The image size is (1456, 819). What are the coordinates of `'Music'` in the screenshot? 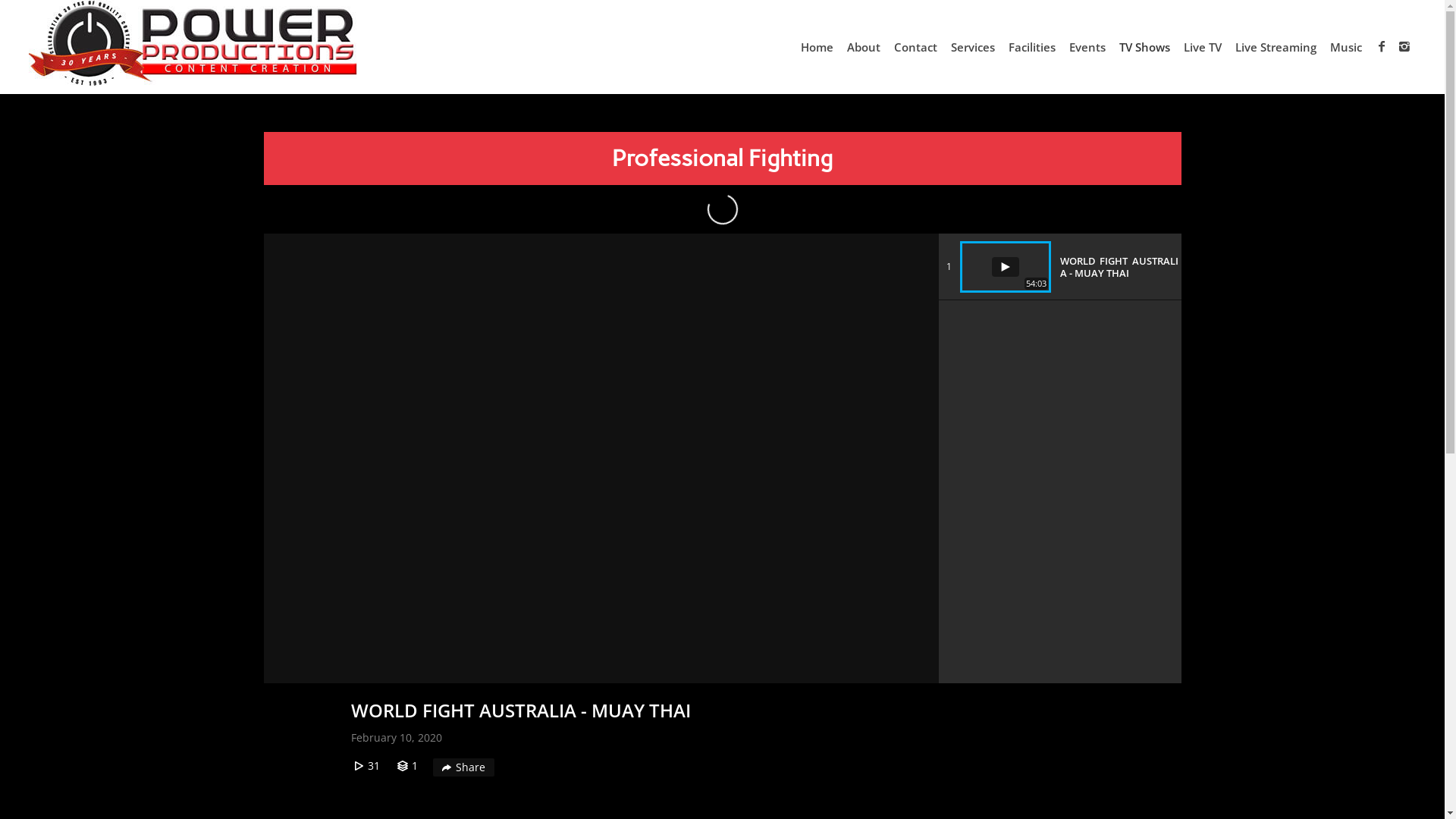 It's located at (1346, 45).